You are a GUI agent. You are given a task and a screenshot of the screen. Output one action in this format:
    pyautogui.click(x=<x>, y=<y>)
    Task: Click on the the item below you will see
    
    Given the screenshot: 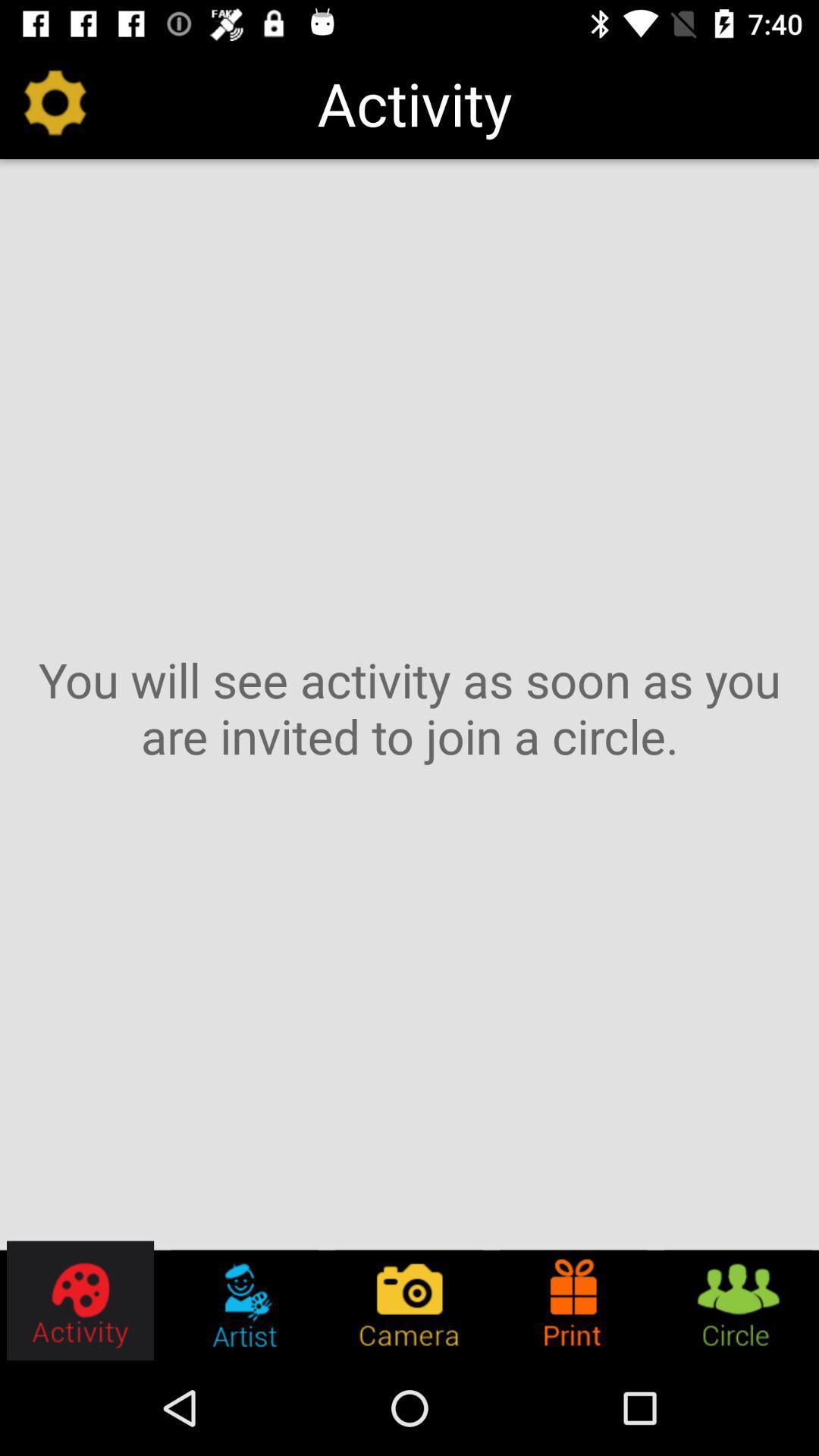 What is the action you would take?
    pyautogui.click(x=736, y=1300)
    